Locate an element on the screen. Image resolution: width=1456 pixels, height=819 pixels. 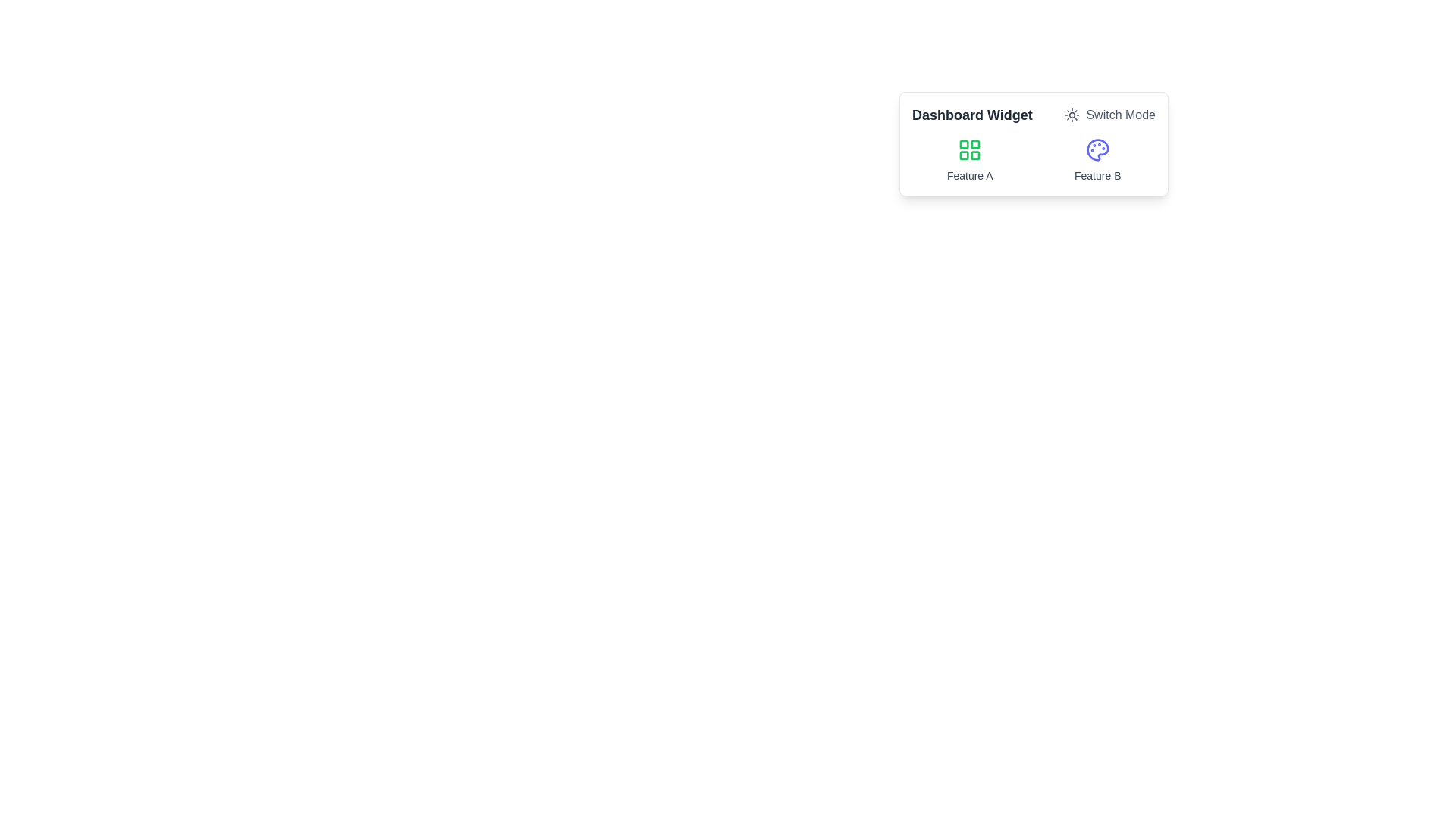
the indigo palette icon located above the 'Feature B' label in the second feature section is located at coordinates (1097, 149).